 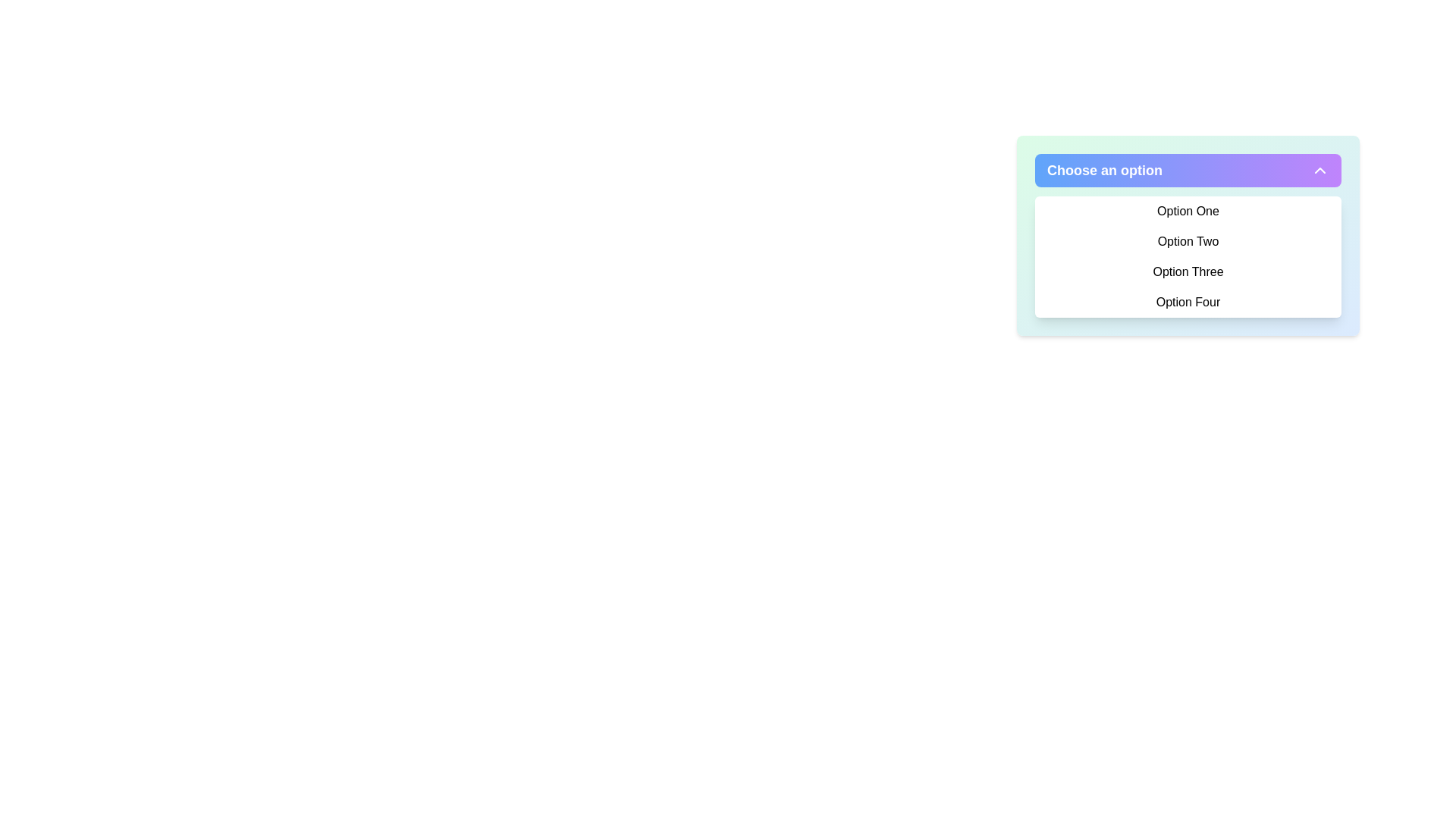 I want to click on the third option in the dropdown menu labeled 'Choose an option', so click(x=1187, y=271).